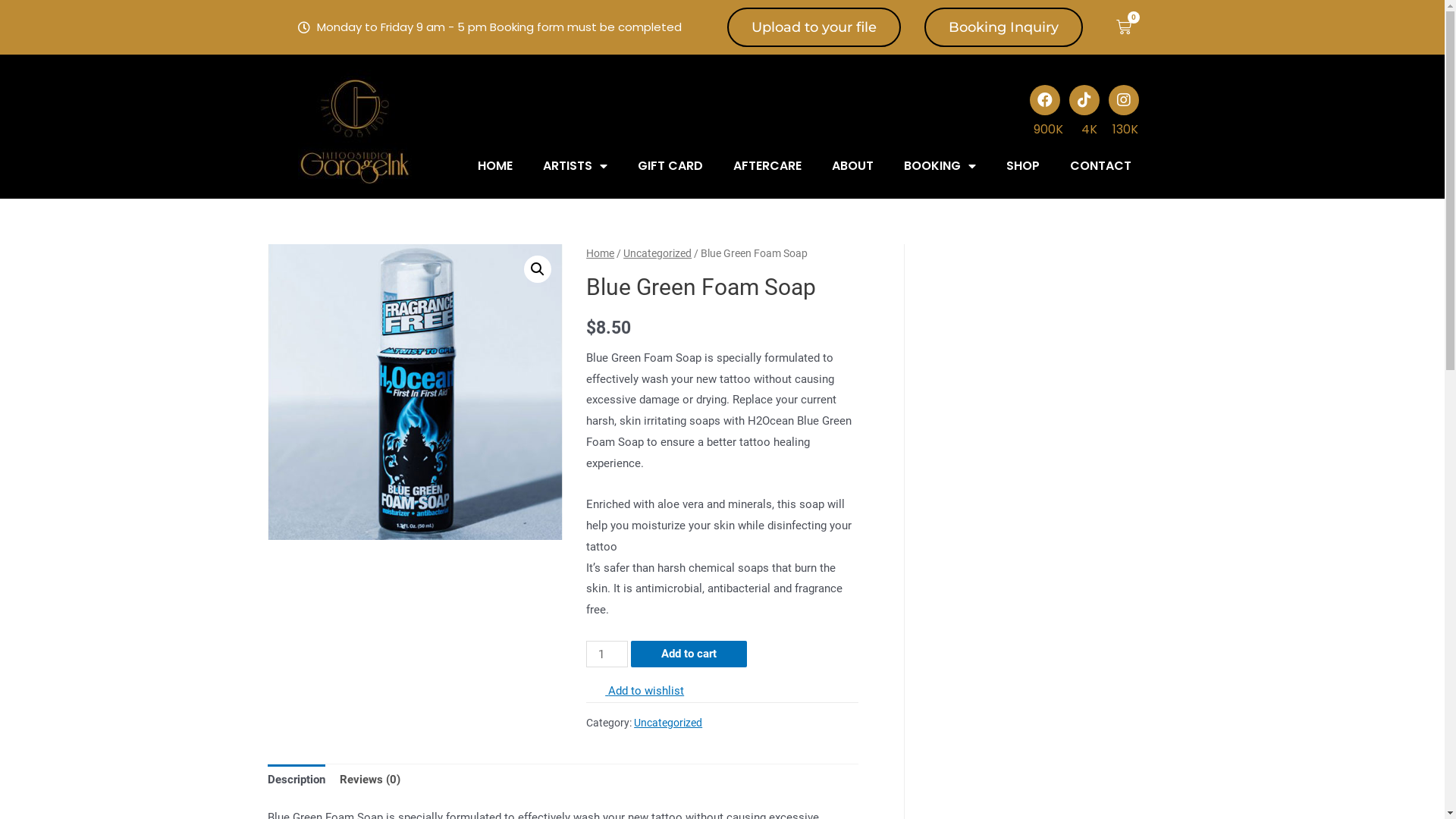 The width and height of the screenshot is (1456, 819). Describe the element at coordinates (295, 780) in the screenshot. I see `'Description'` at that location.